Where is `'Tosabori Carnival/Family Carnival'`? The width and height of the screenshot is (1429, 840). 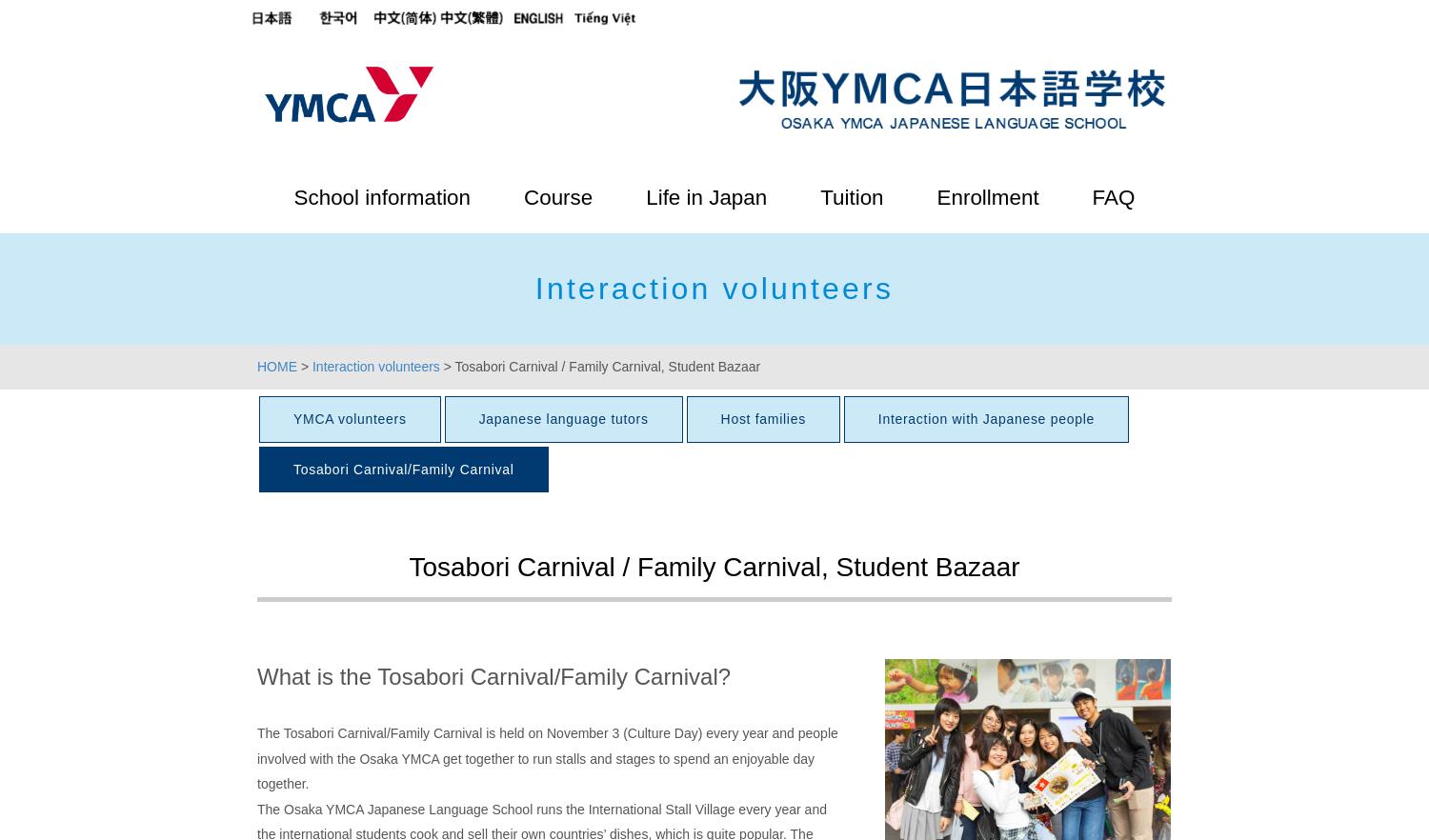
'Tosabori Carnival/Family Carnival' is located at coordinates (403, 467).